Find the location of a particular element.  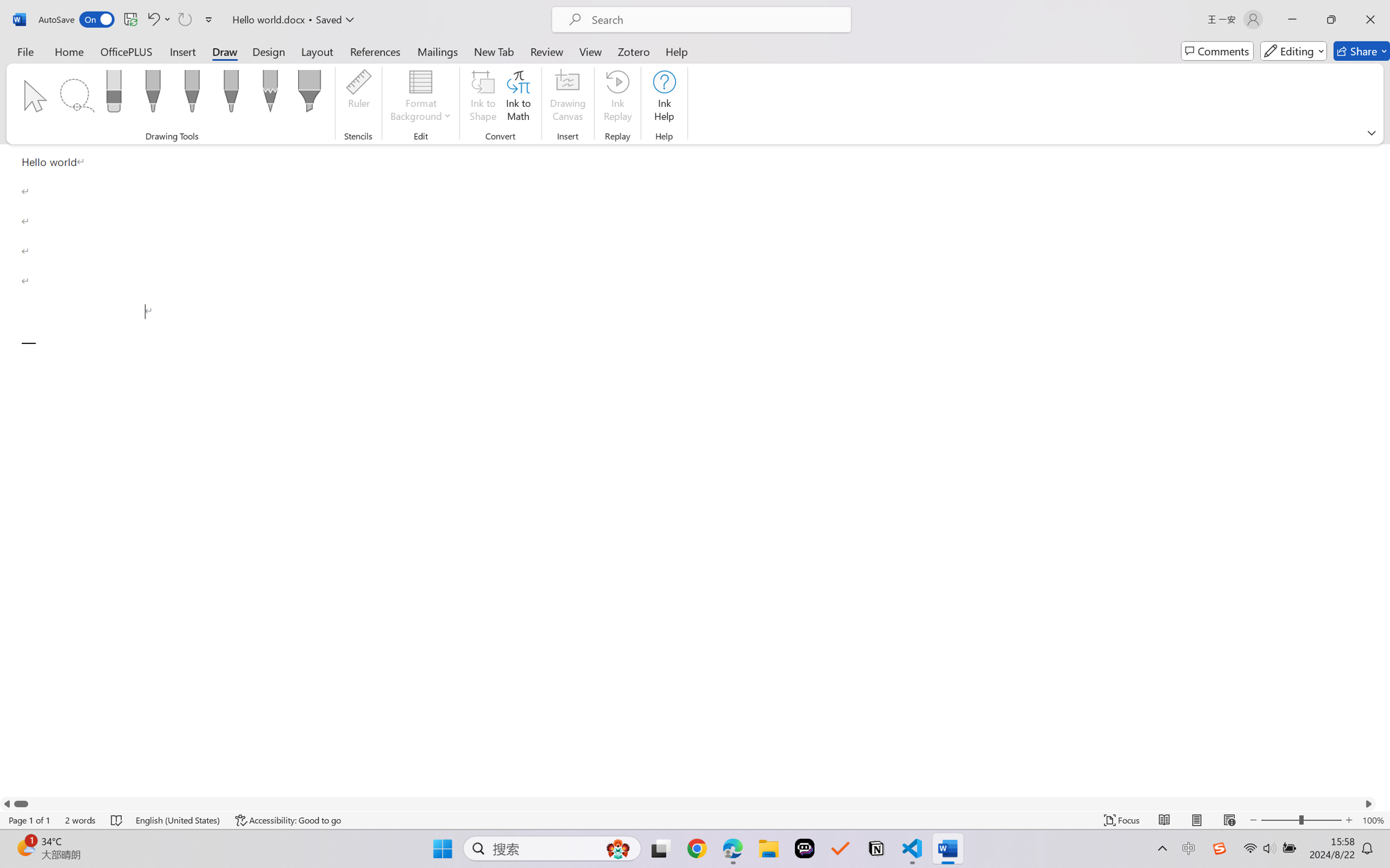

'File Tab' is located at coordinates (25, 51).